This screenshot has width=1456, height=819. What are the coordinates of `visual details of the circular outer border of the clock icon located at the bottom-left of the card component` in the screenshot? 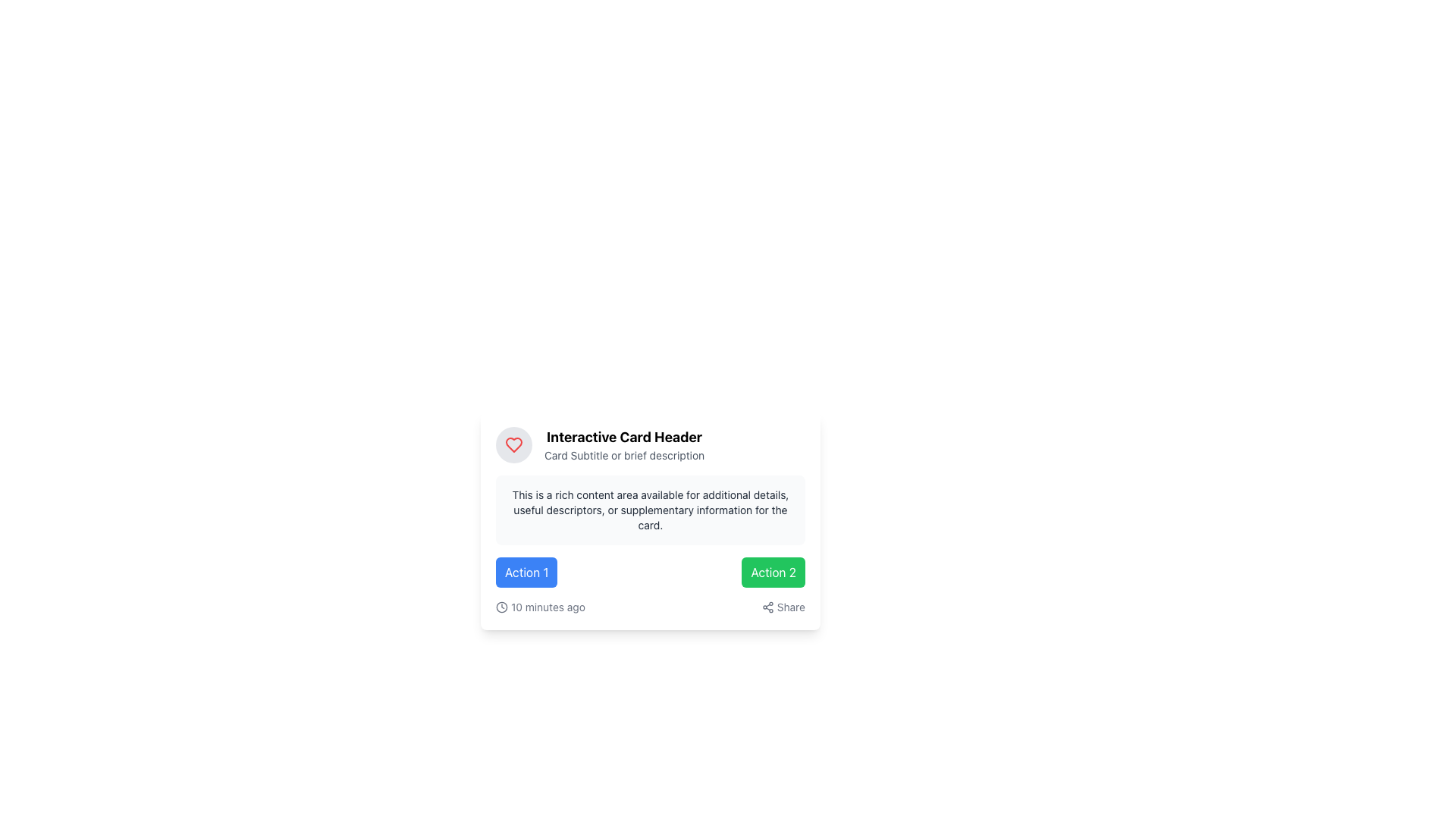 It's located at (502, 607).